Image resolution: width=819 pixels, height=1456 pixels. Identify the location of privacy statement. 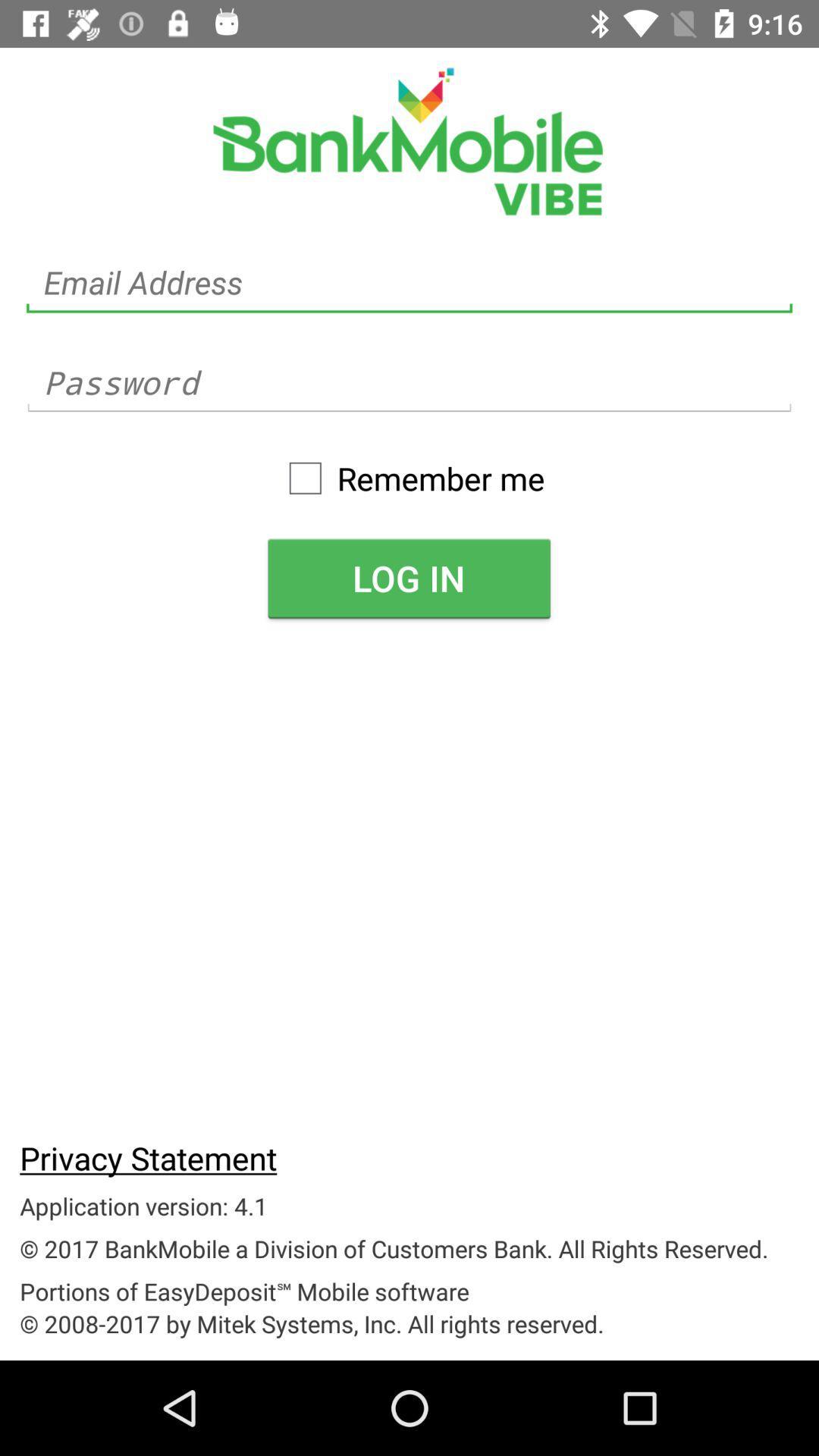
(148, 1156).